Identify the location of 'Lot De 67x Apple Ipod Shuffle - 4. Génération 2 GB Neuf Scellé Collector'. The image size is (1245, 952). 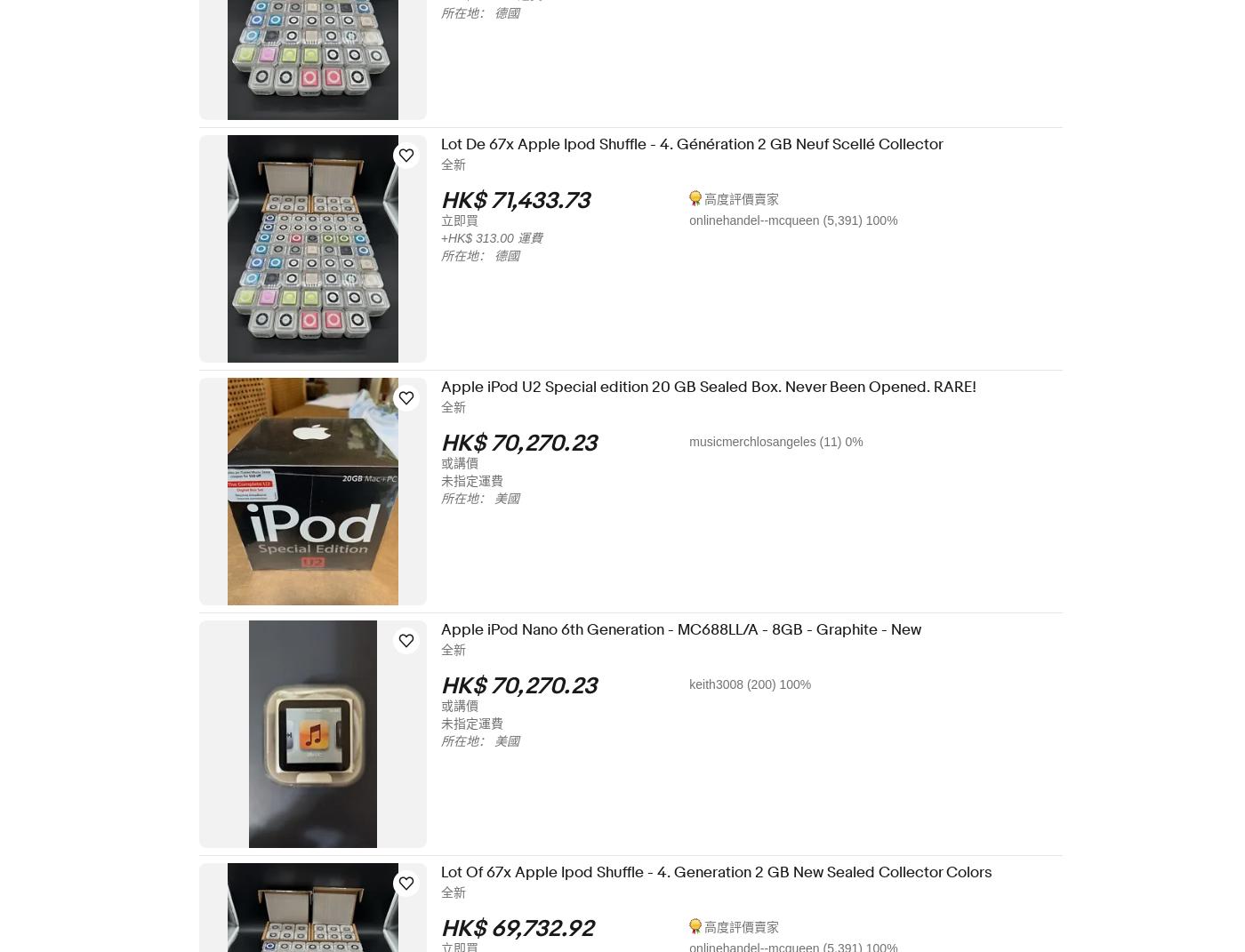
(703, 143).